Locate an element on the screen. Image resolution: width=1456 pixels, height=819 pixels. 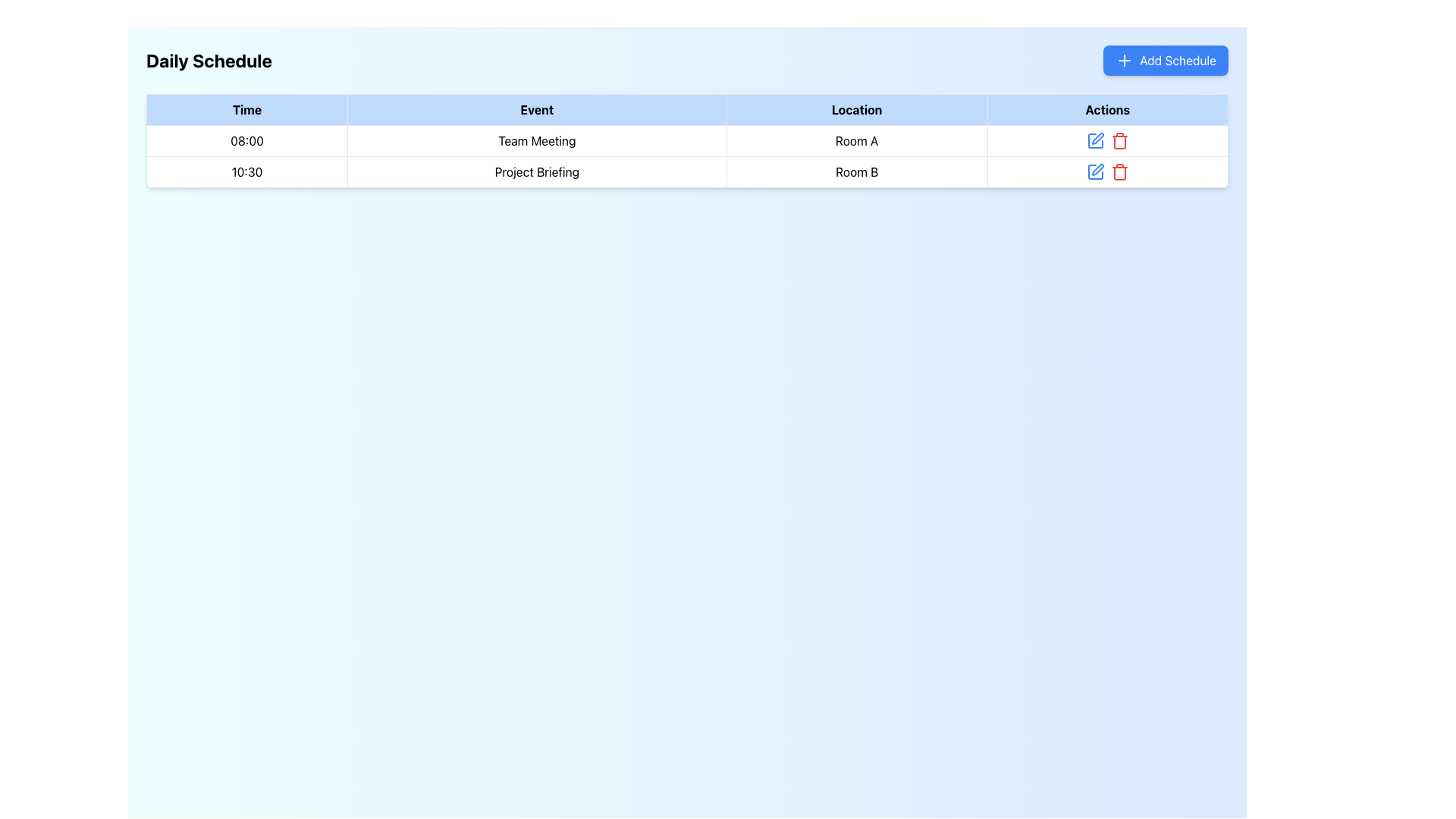
column headers of the schedule table located in the top row, which includes 'Time', 'Event', 'Location', and 'Actions' is located at coordinates (686, 109).